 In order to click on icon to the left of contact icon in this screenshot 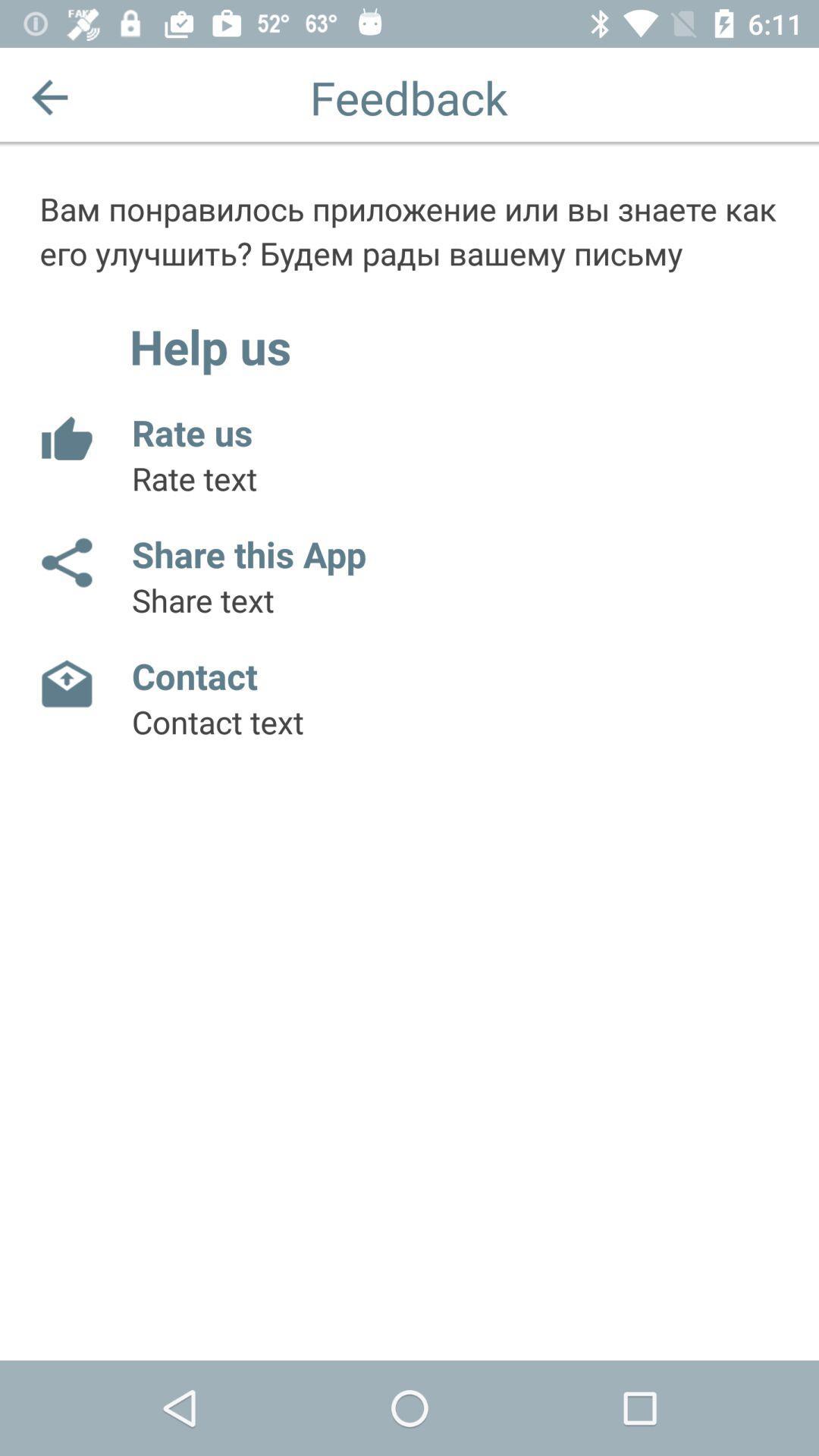, I will do `click(65, 683)`.